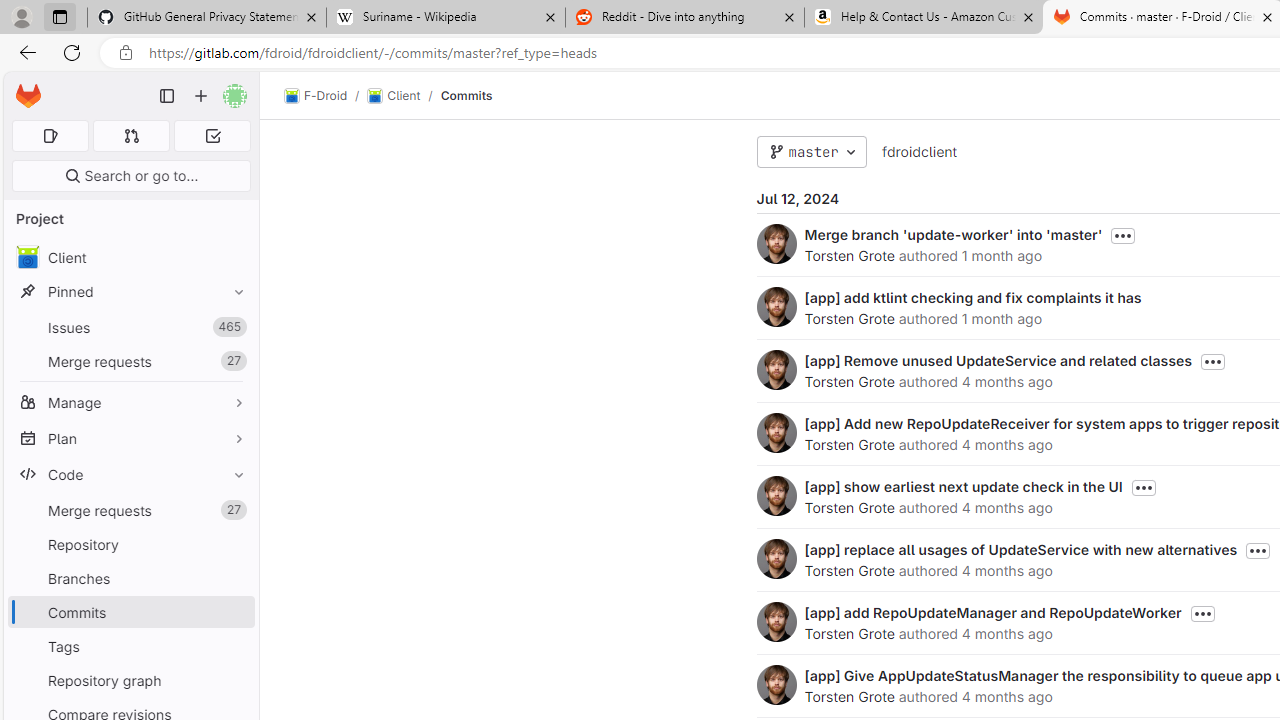  I want to click on '[app] add ktlint checking and fix complaints it has', so click(972, 297).